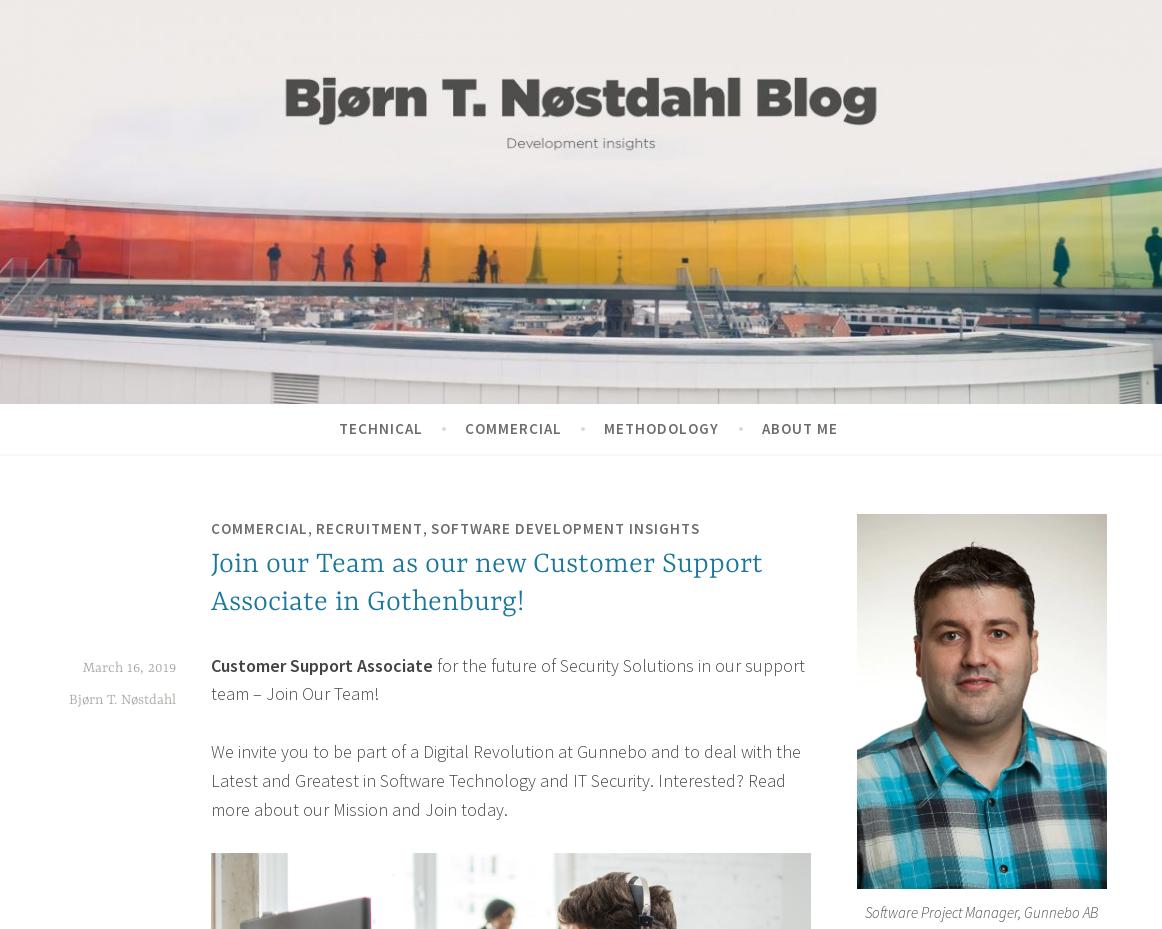  I want to click on 'Software Project Manager, Gunnebo AB', so click(981, 911).